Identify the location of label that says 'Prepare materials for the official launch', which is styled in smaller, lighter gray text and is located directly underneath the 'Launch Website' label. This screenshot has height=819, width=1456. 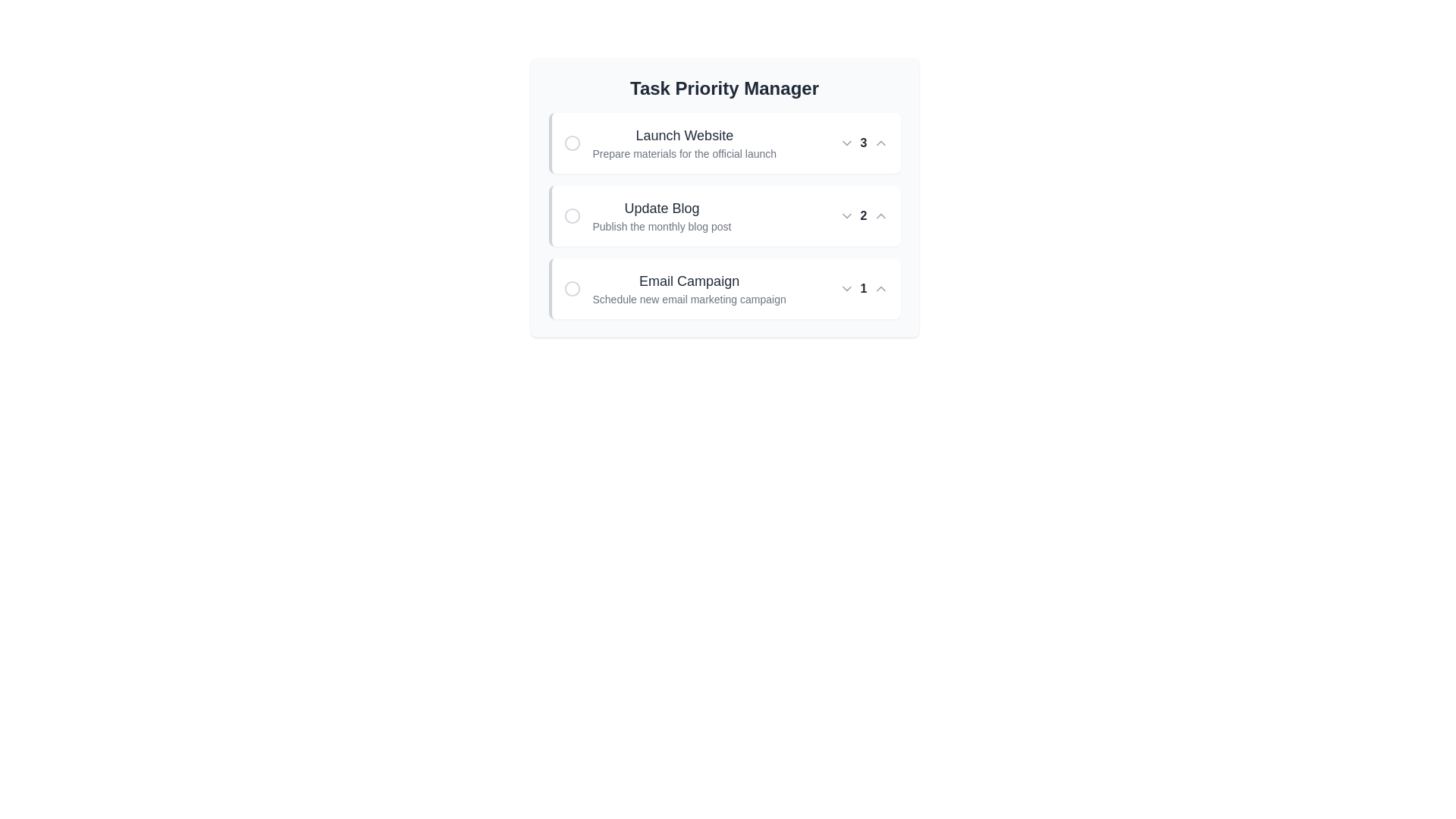
(683, 154).